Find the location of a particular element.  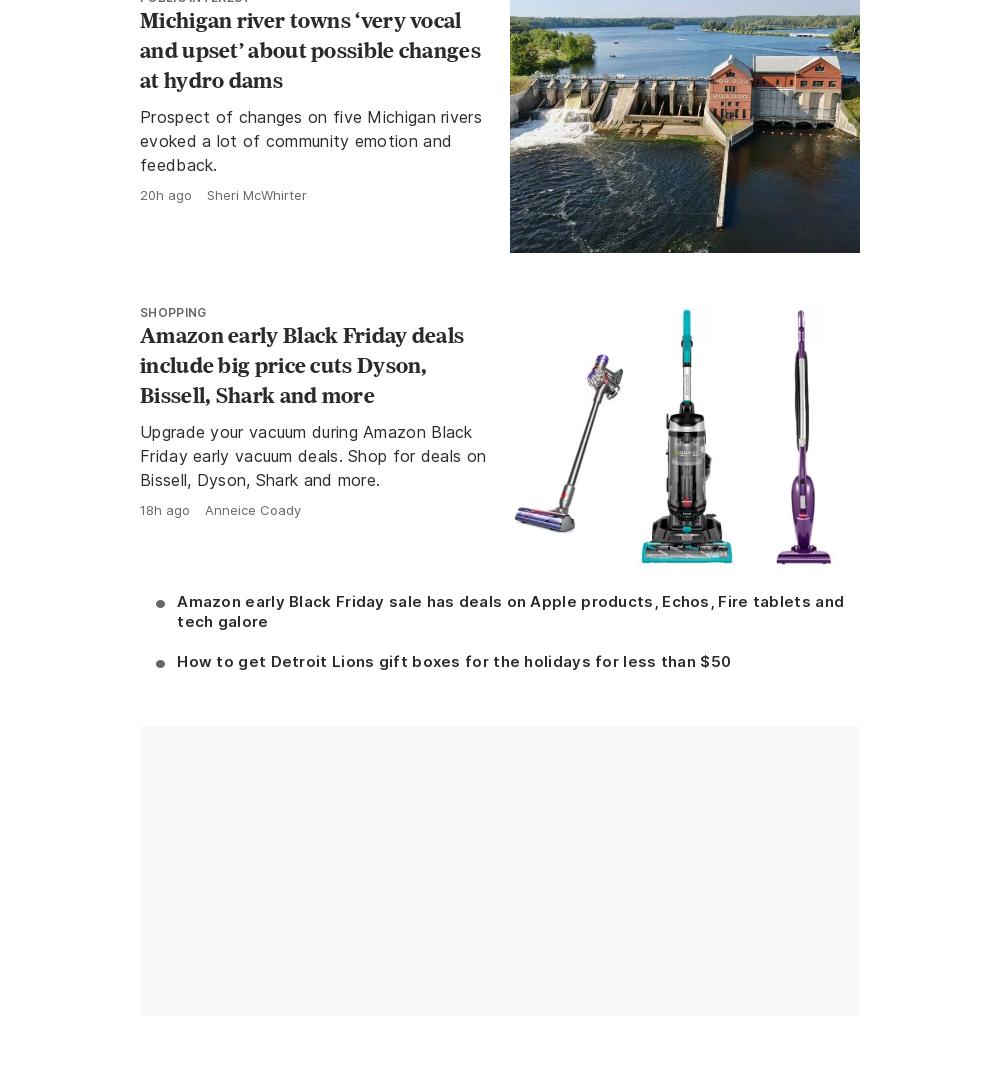

'Amazon early Black Friday deals include big price cuts Dyson, Bissell, Shark and more' is located at coordinates (302, 364).